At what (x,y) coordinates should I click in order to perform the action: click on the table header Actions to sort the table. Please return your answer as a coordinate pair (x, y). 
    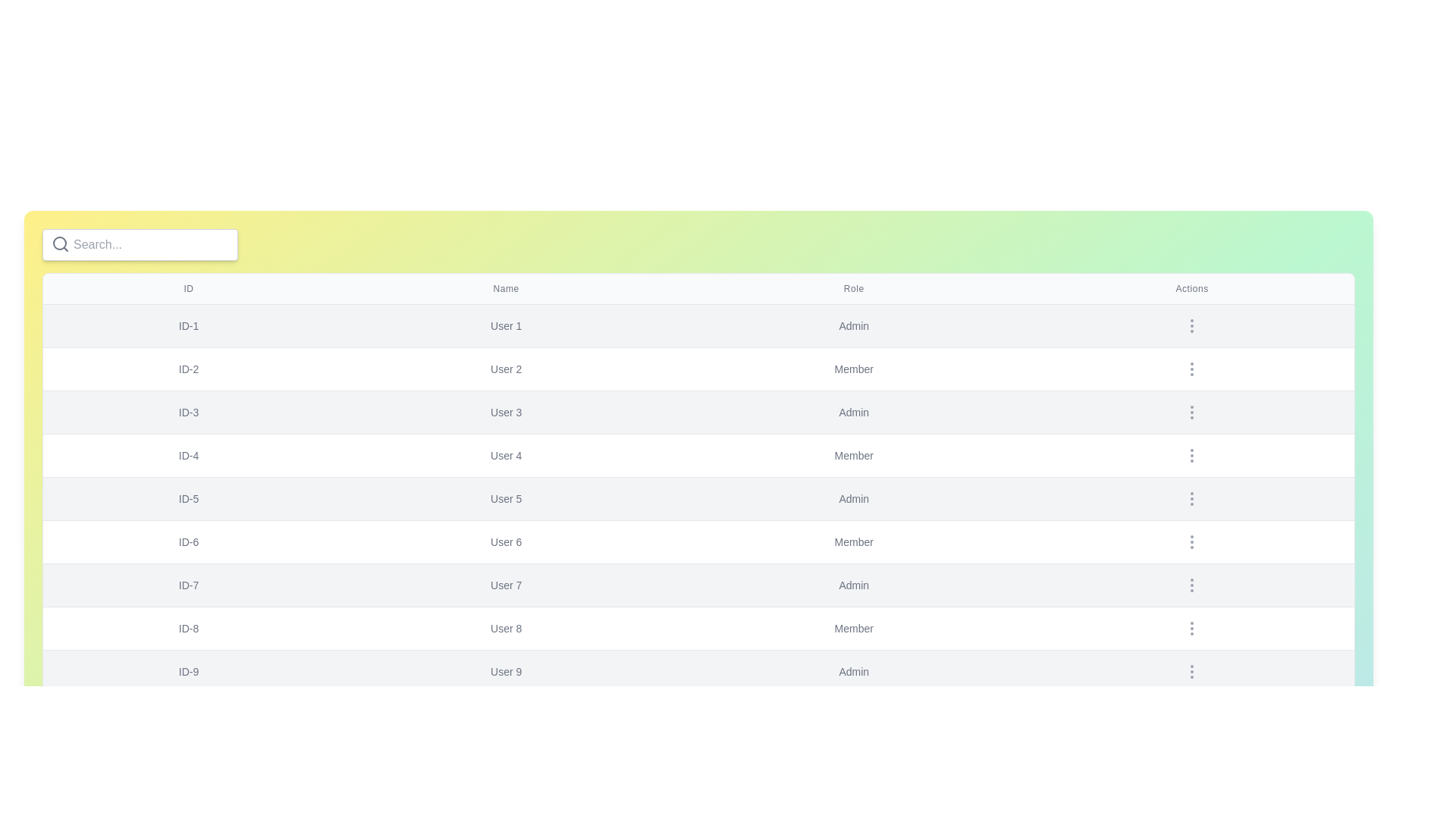
    Looking at the image, I should click on (1191, 289).